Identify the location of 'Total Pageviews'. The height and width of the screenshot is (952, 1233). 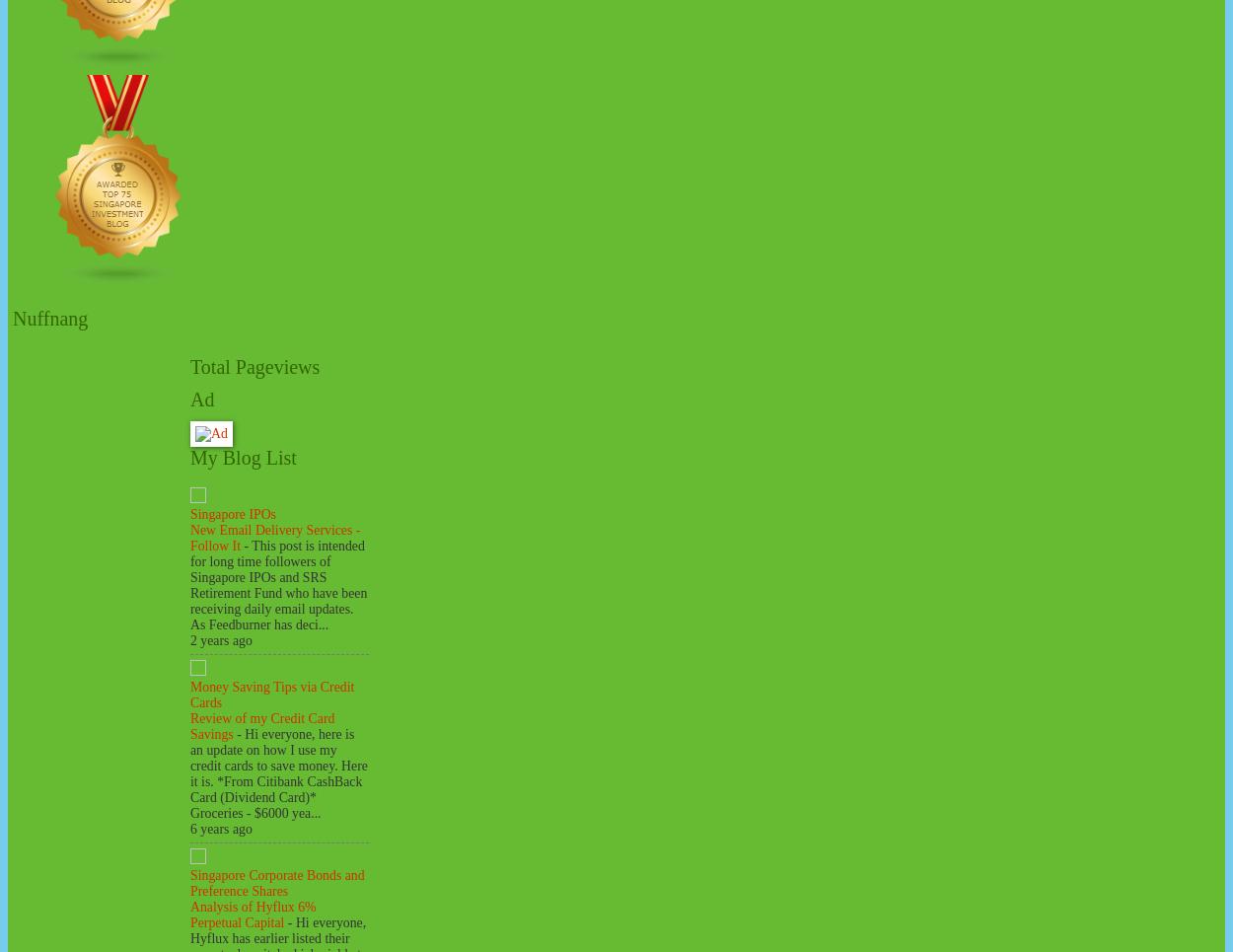
(254, 366).